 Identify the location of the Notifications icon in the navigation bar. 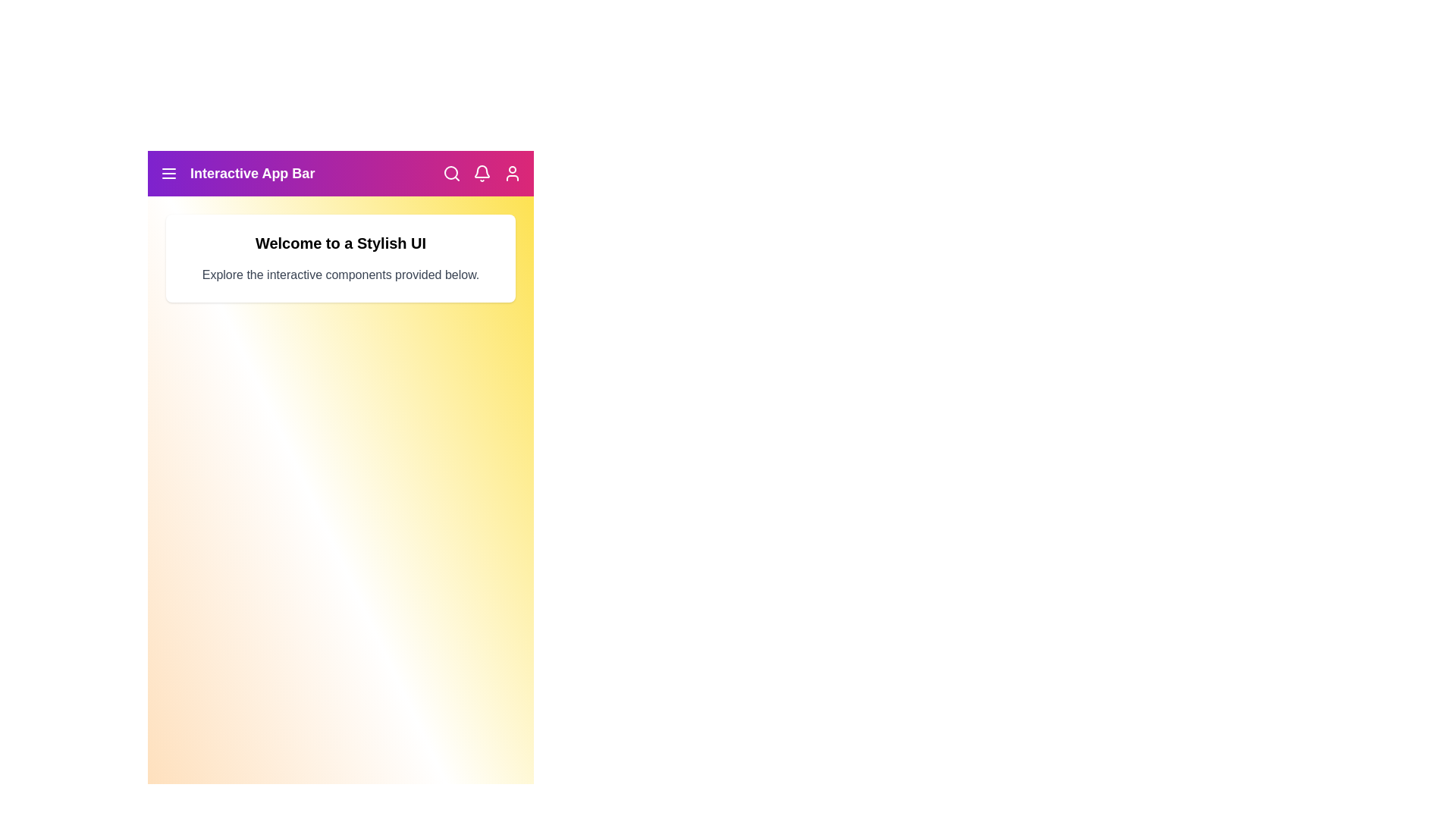
(481, 172).